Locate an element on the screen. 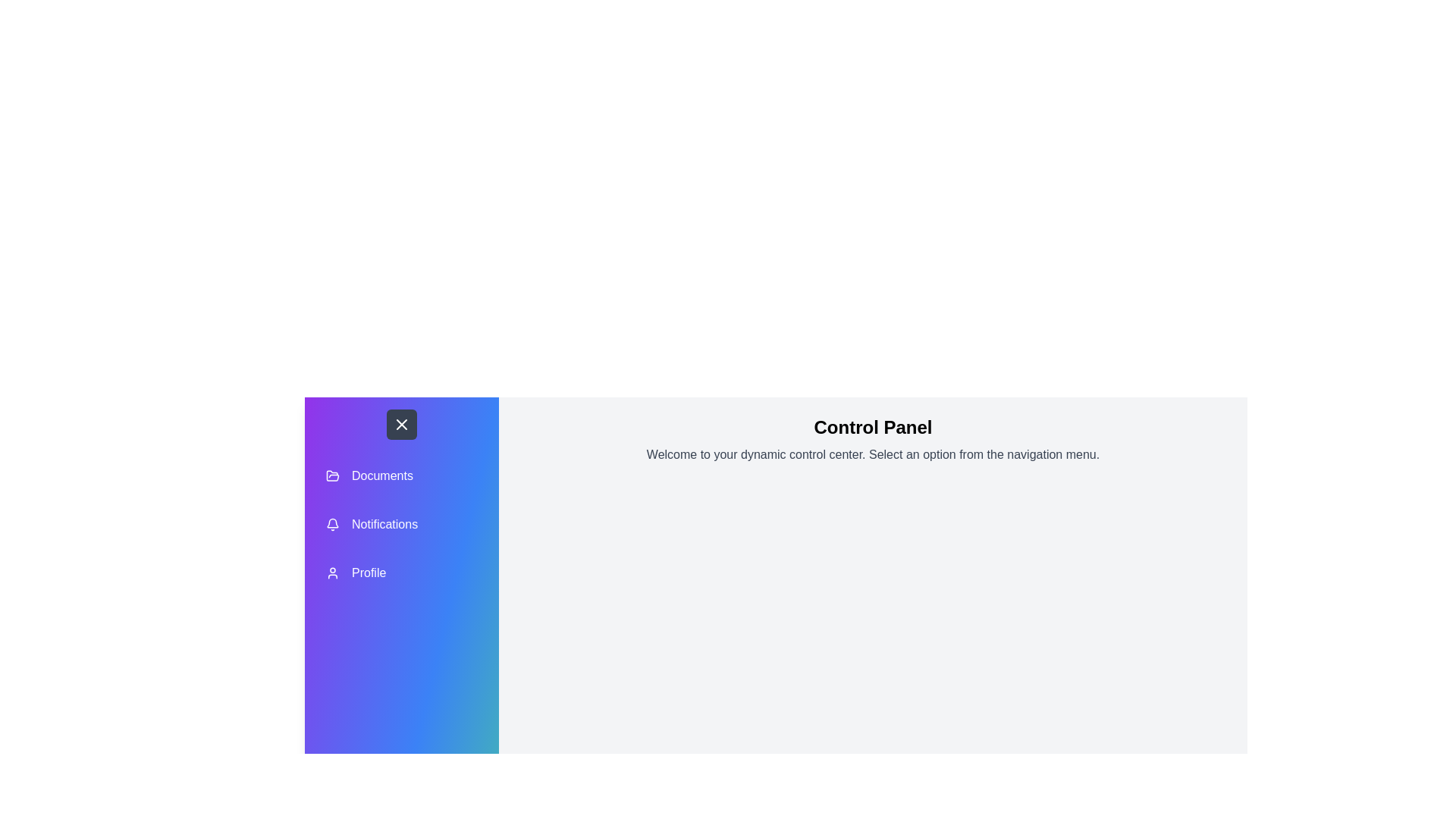 This screenshot has width=1456, height=819. the button with the X icon to toggle the drawer is located at coordinates (401, 424).